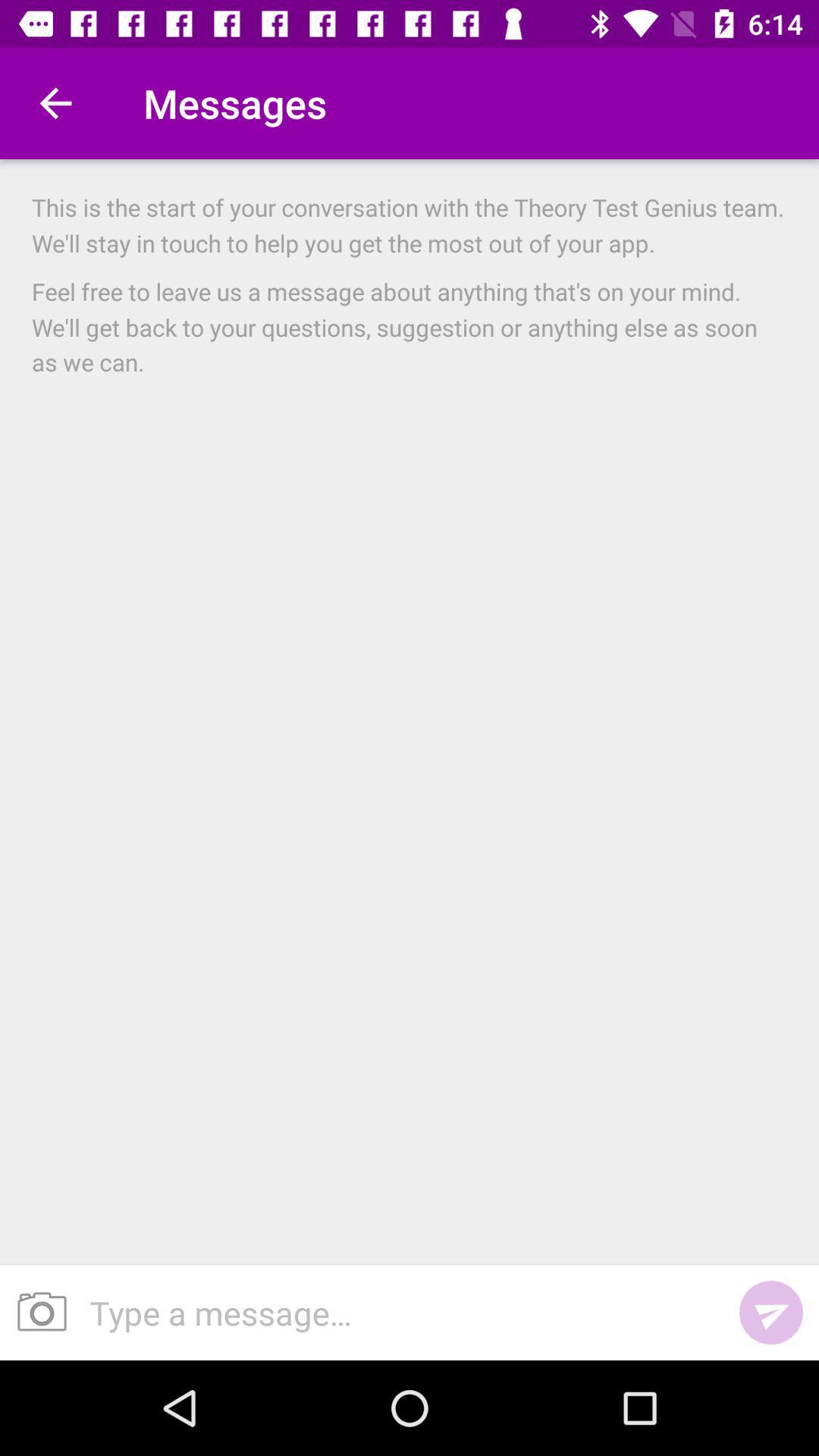 Image resolution: width=819 pixels, height=1456 pixels. Describe the element at coordinates (397, 1312) in the screenshot. I see `message` at that location.